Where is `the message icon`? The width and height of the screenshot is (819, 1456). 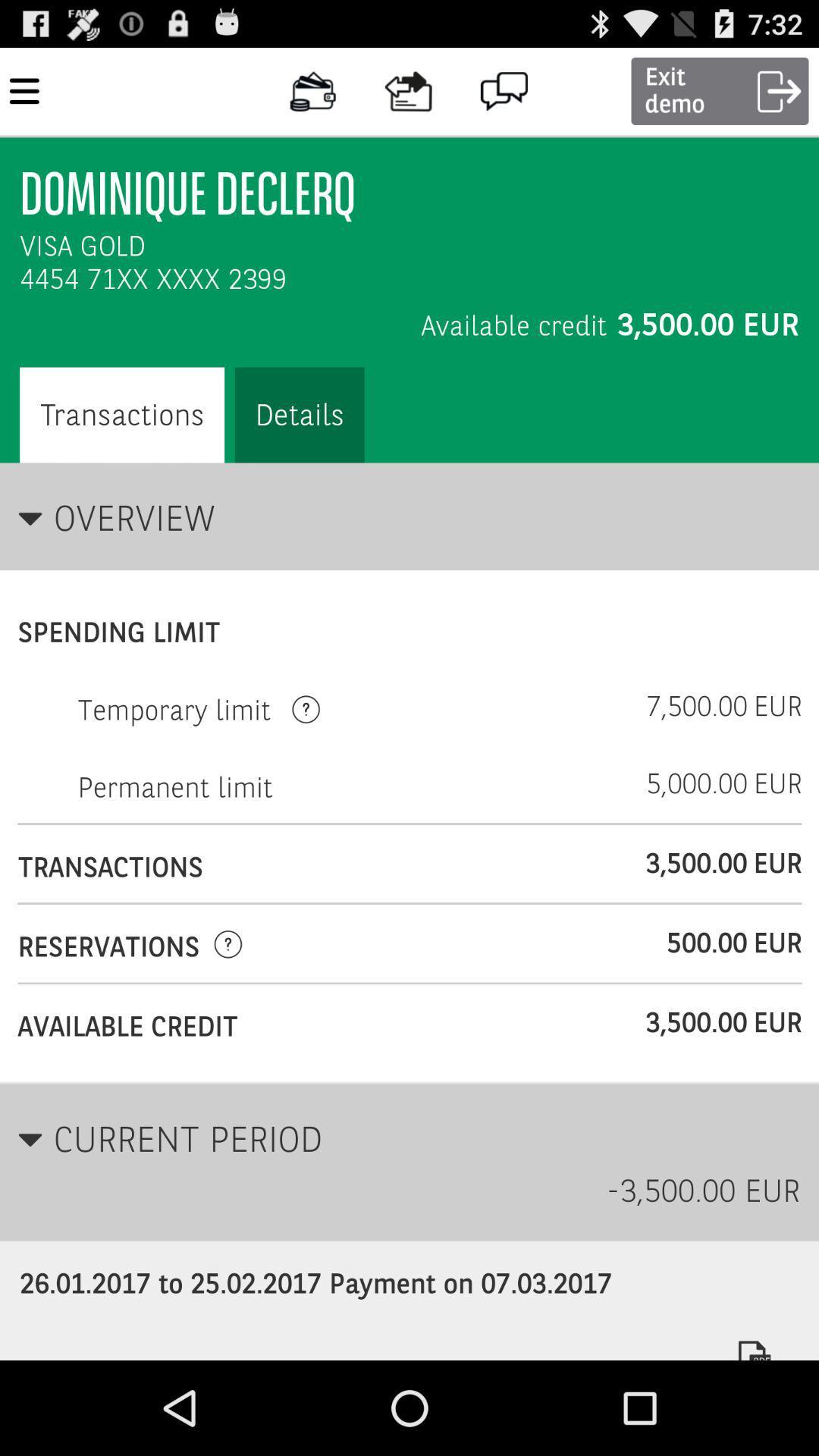
the message icon is located at coordinates (504, 90).